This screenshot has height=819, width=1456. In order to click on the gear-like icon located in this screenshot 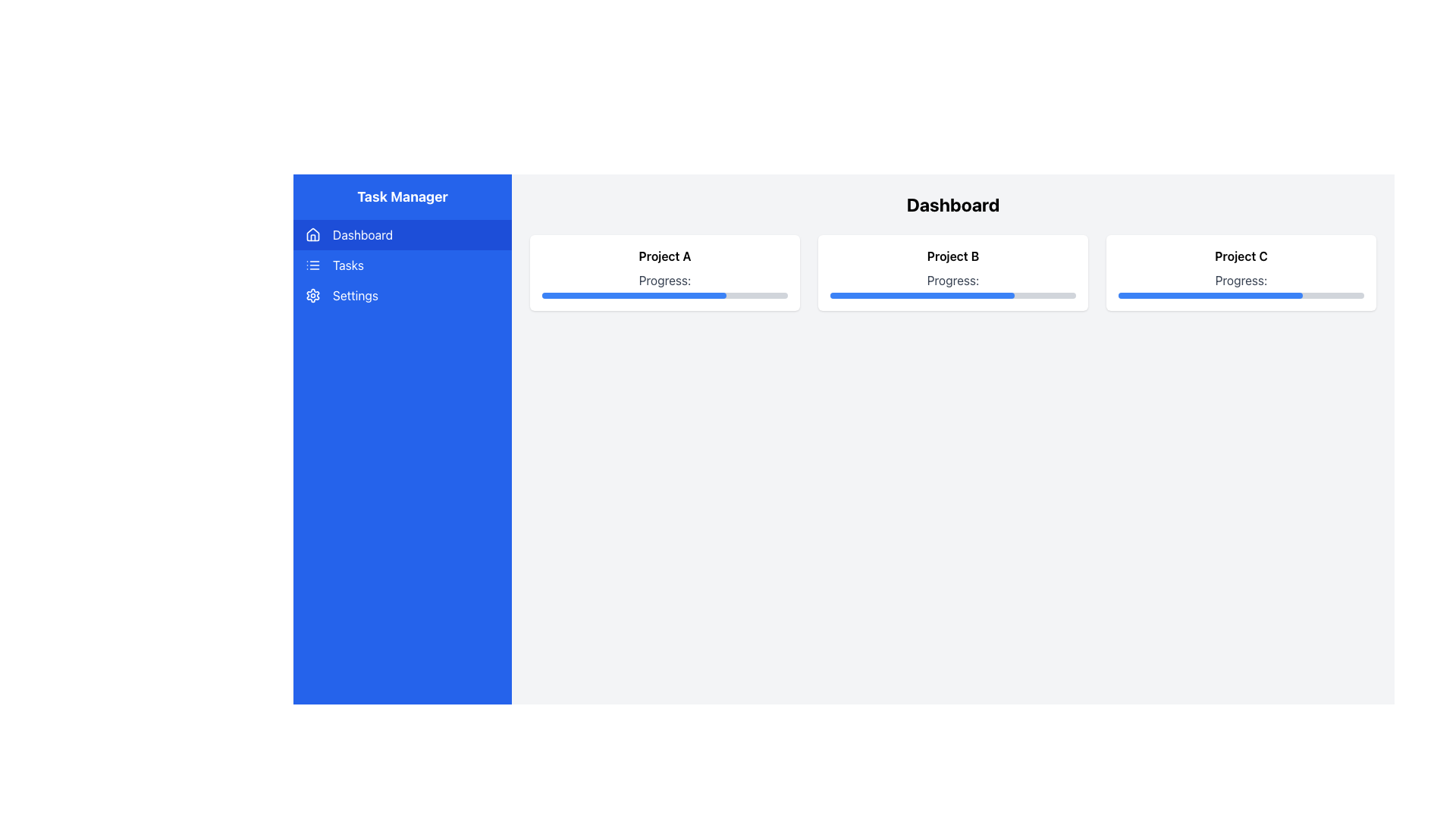, I will do `click(312, 295)`.